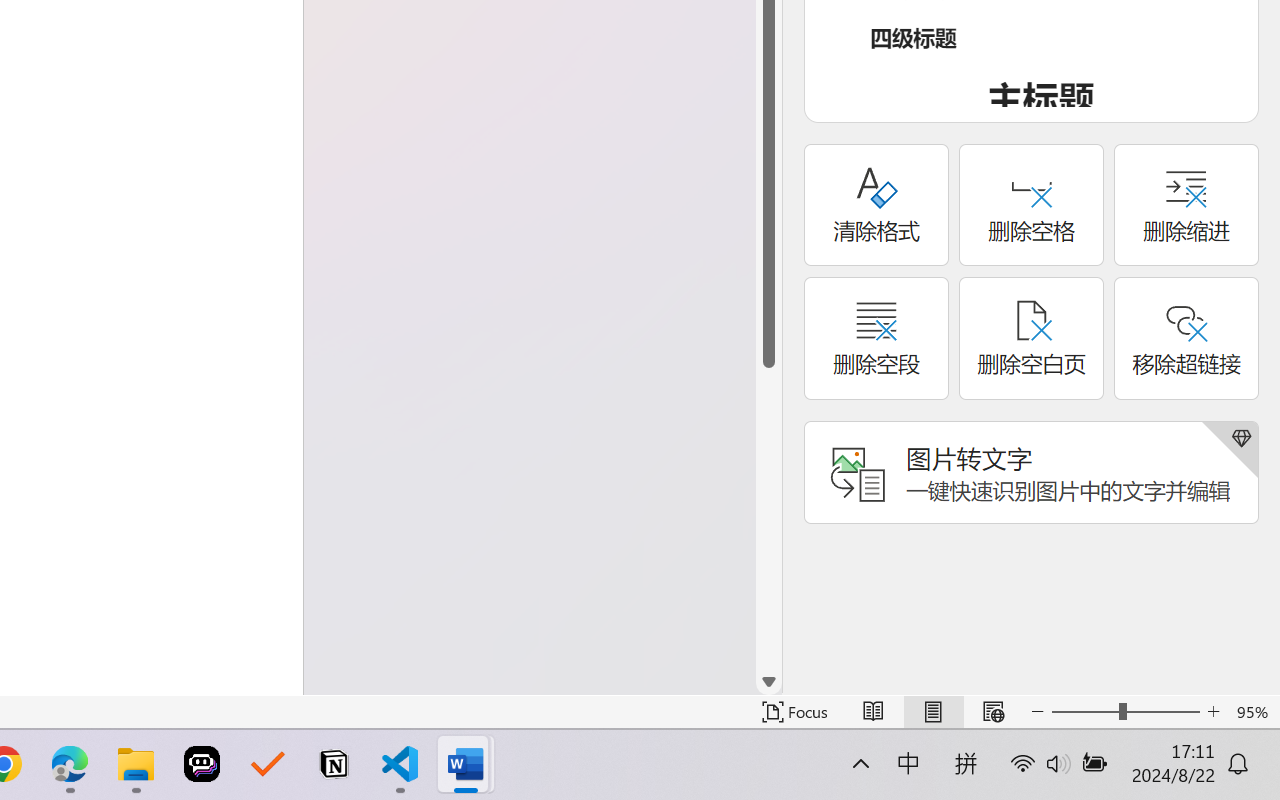  I want to click on 'Line down', so click(768, 682).